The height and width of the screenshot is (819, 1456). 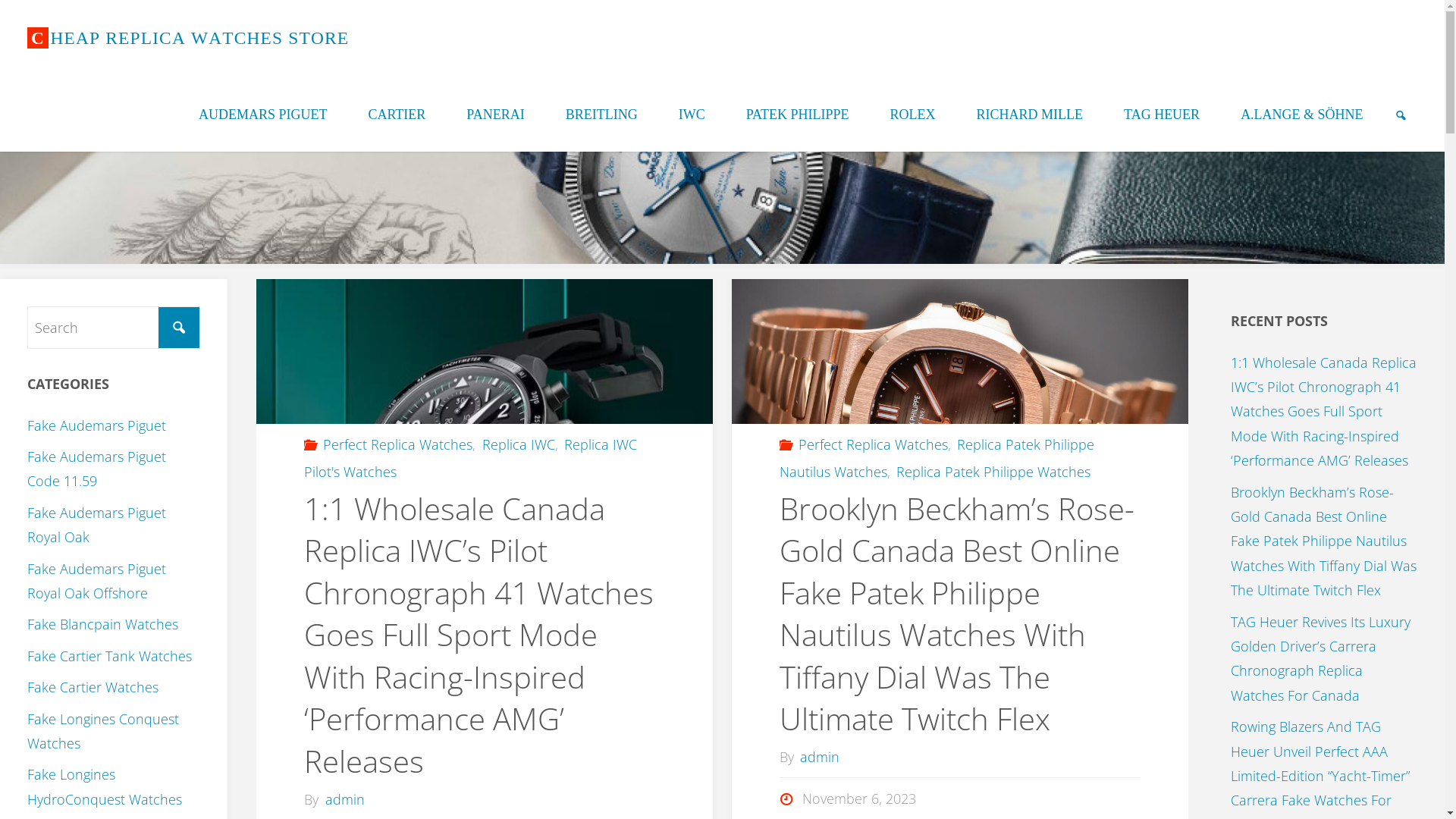 I want to click on 'Fake Audemars Piguet Code 11.59', so click(x=27, y=467).